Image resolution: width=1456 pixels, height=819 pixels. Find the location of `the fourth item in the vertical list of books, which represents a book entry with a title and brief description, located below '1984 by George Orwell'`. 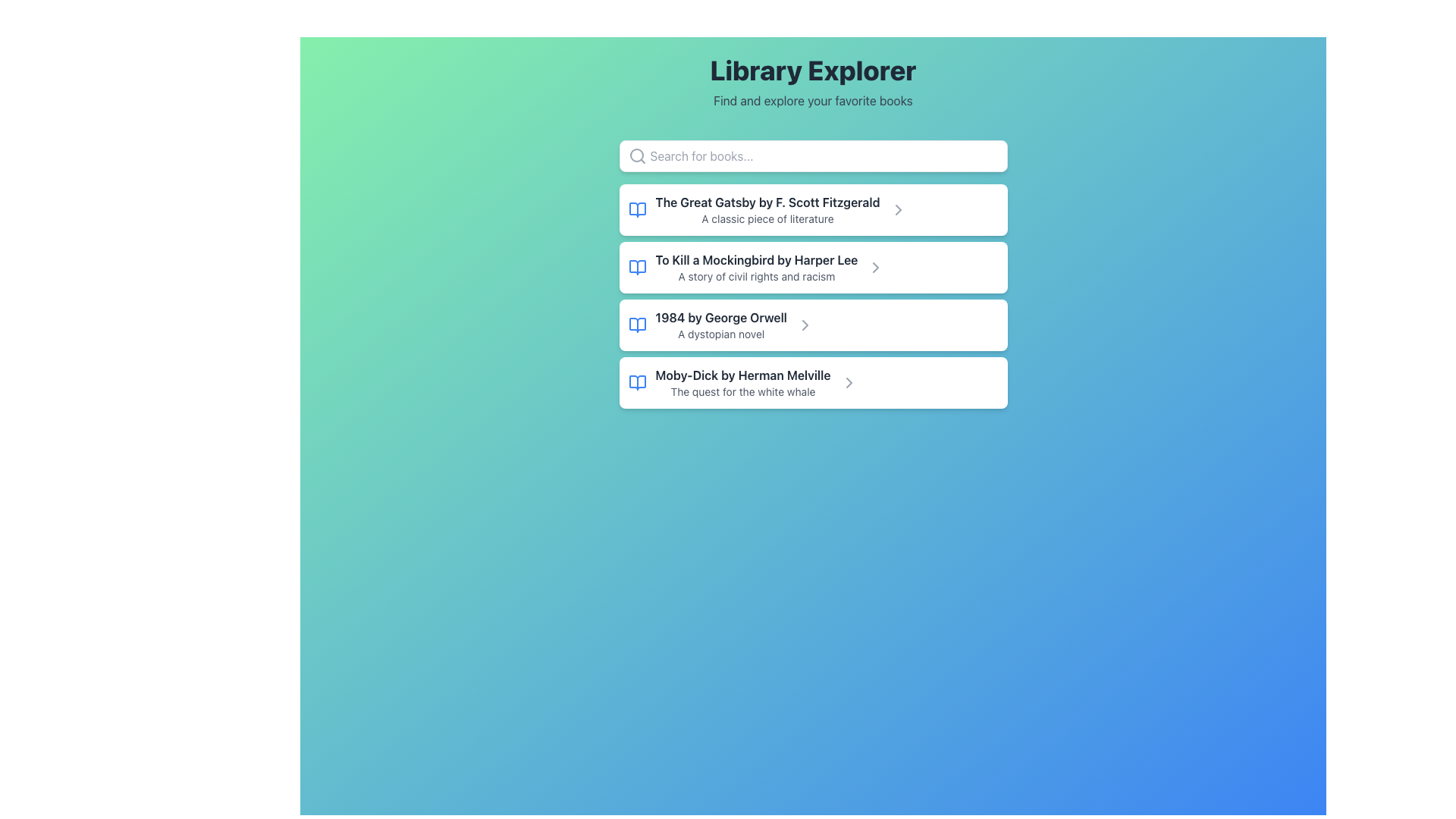

the fourth item in the vertical list of books, which represents a book entry with a title and brief description, located below '1984 by George Orwell' is located at coordinates (742, 382).